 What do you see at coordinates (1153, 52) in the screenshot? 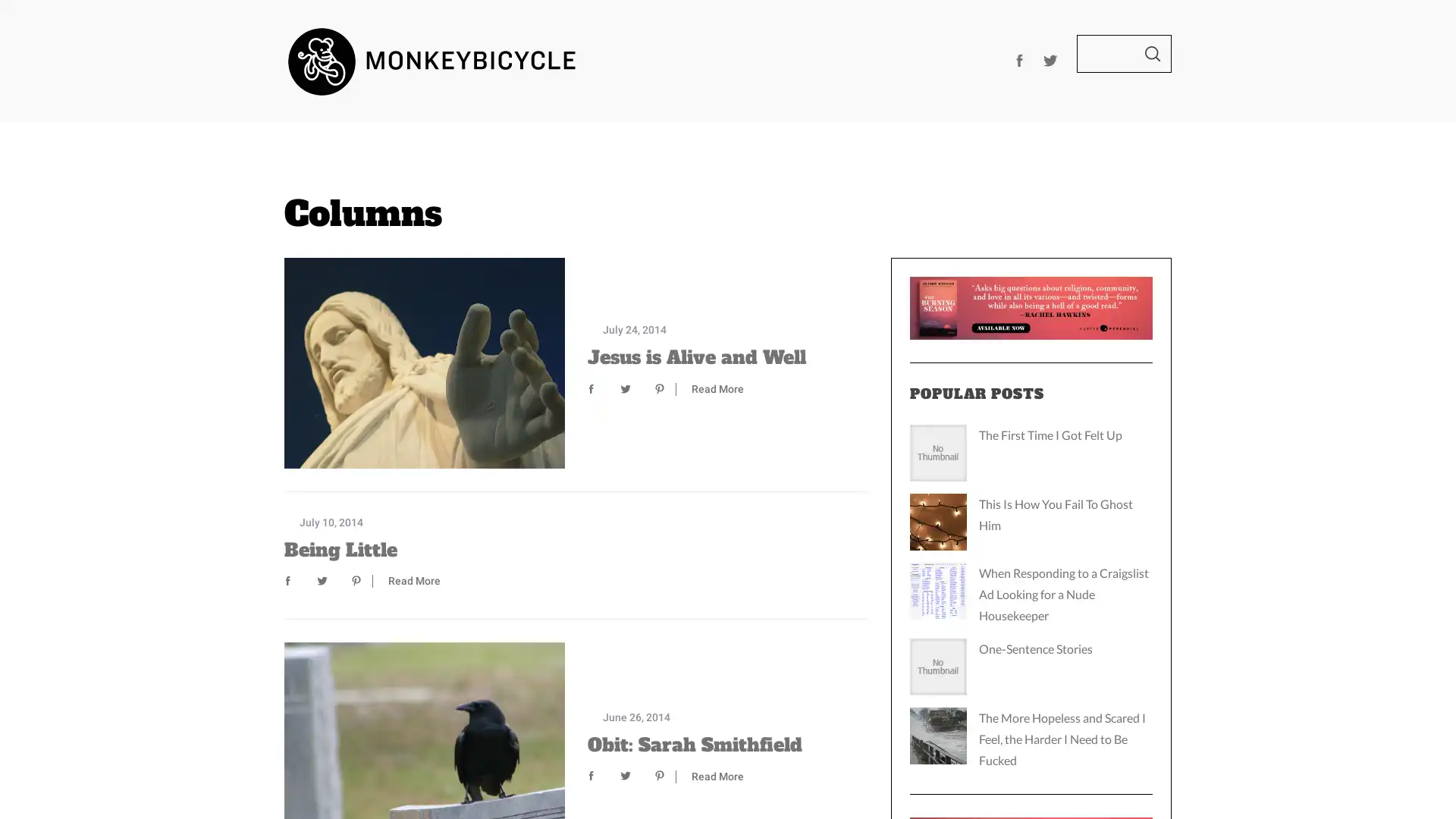
I see `SEARCH` at bounding box center [1153, 52].